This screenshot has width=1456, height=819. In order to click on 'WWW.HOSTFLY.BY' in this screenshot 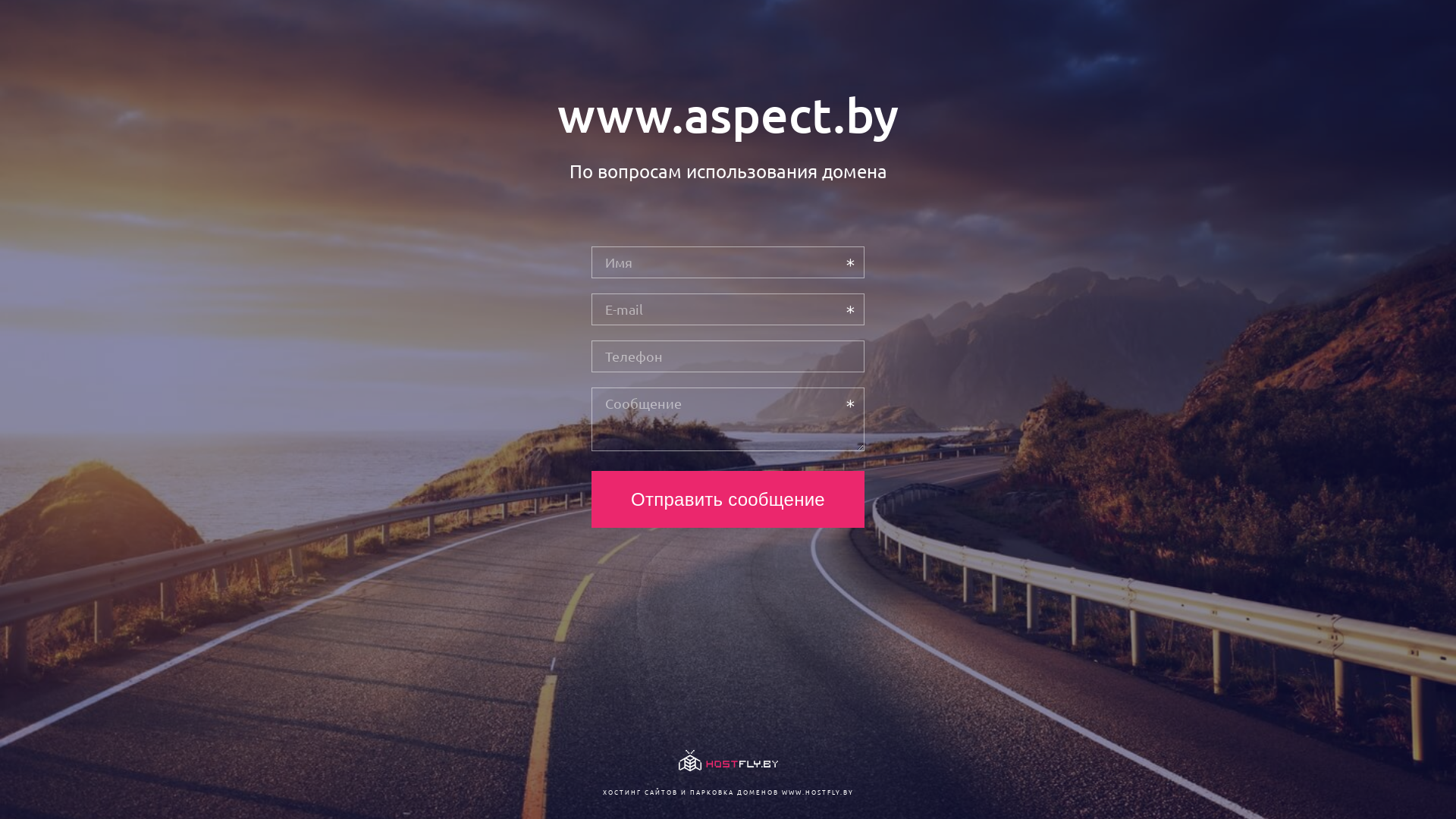, I will do `click(816, 791)`.